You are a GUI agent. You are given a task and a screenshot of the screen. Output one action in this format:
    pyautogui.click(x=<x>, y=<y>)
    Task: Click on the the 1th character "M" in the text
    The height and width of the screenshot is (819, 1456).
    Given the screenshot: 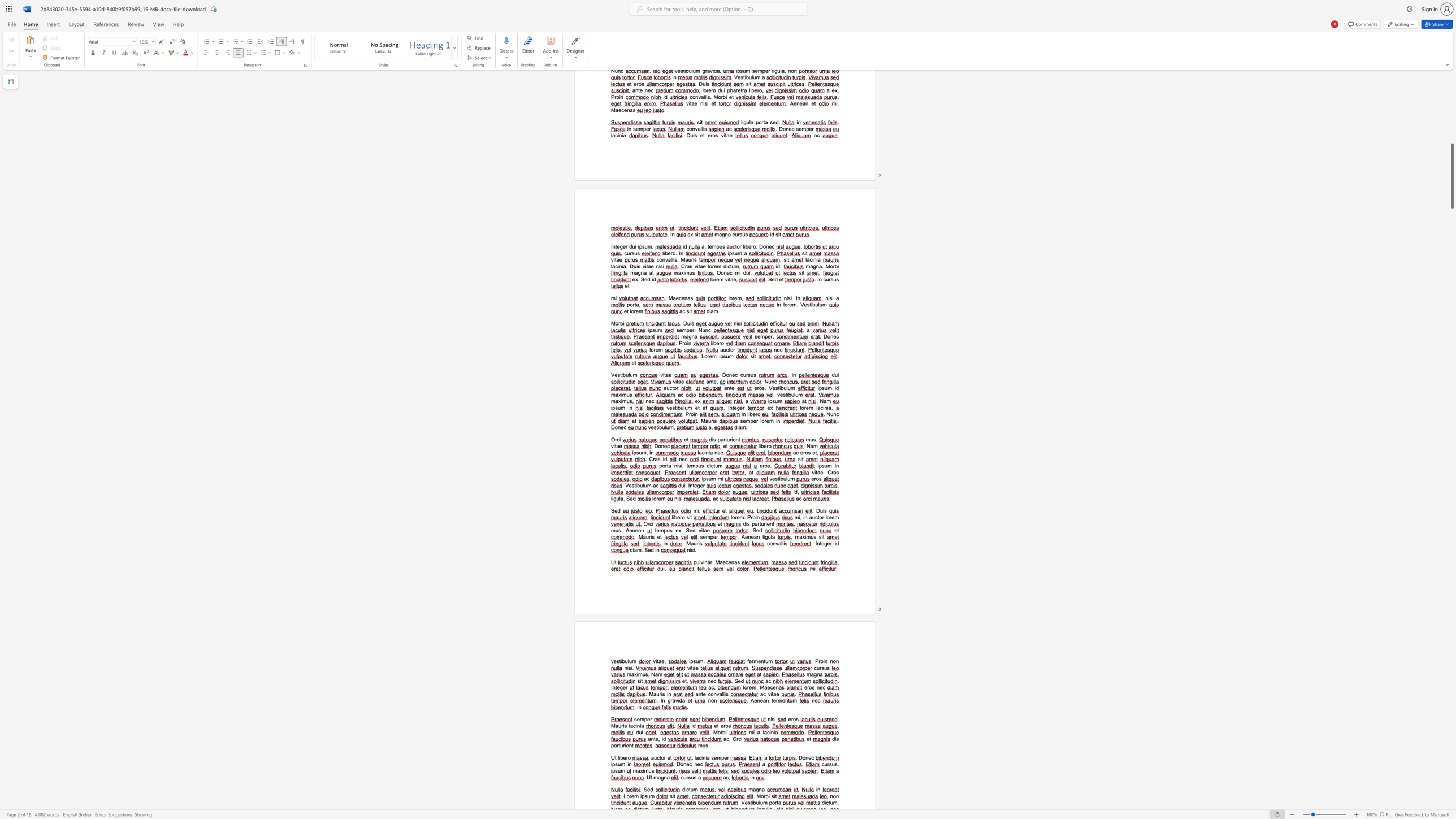 What is the action you would take?
    pyautogui.click(x=640, y=536)
    